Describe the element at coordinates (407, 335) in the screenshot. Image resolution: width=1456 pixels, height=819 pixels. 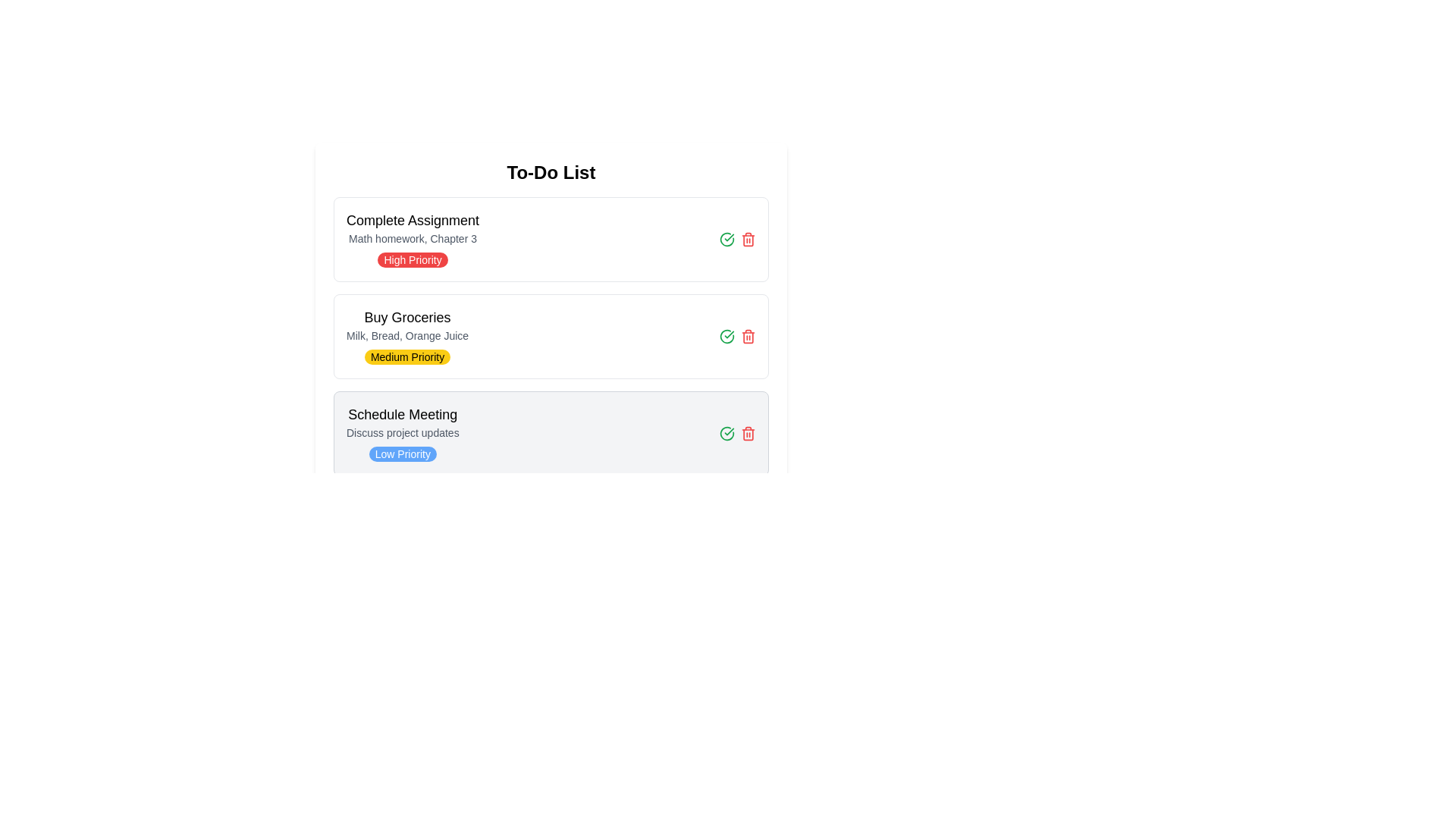
I see `text from the Text Label displaying 'Milk, Bread, Orange Juice', which is located below the title 'Buy Groceries' and above the 'Medium Priority' badge` at that location.